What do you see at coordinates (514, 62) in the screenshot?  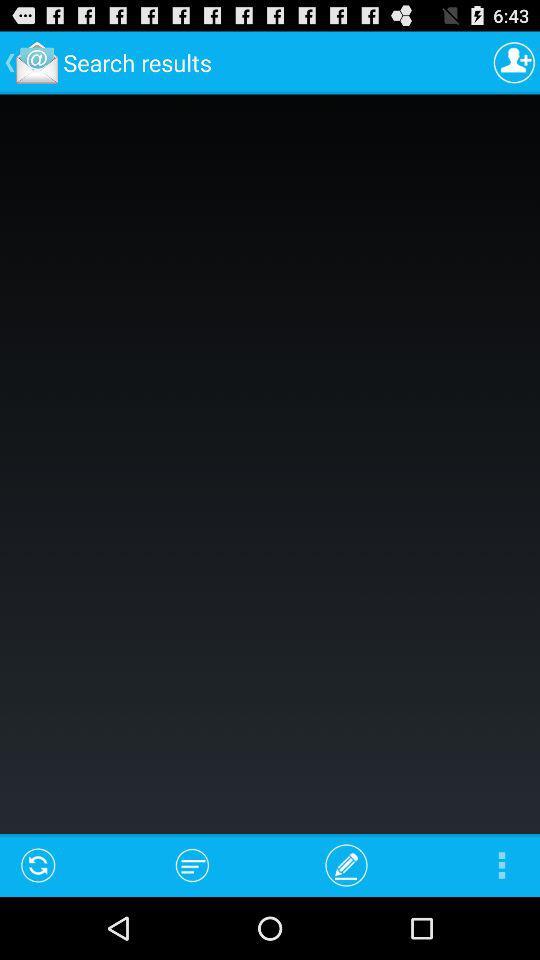 I see `people` at bounding box center [514, 62].